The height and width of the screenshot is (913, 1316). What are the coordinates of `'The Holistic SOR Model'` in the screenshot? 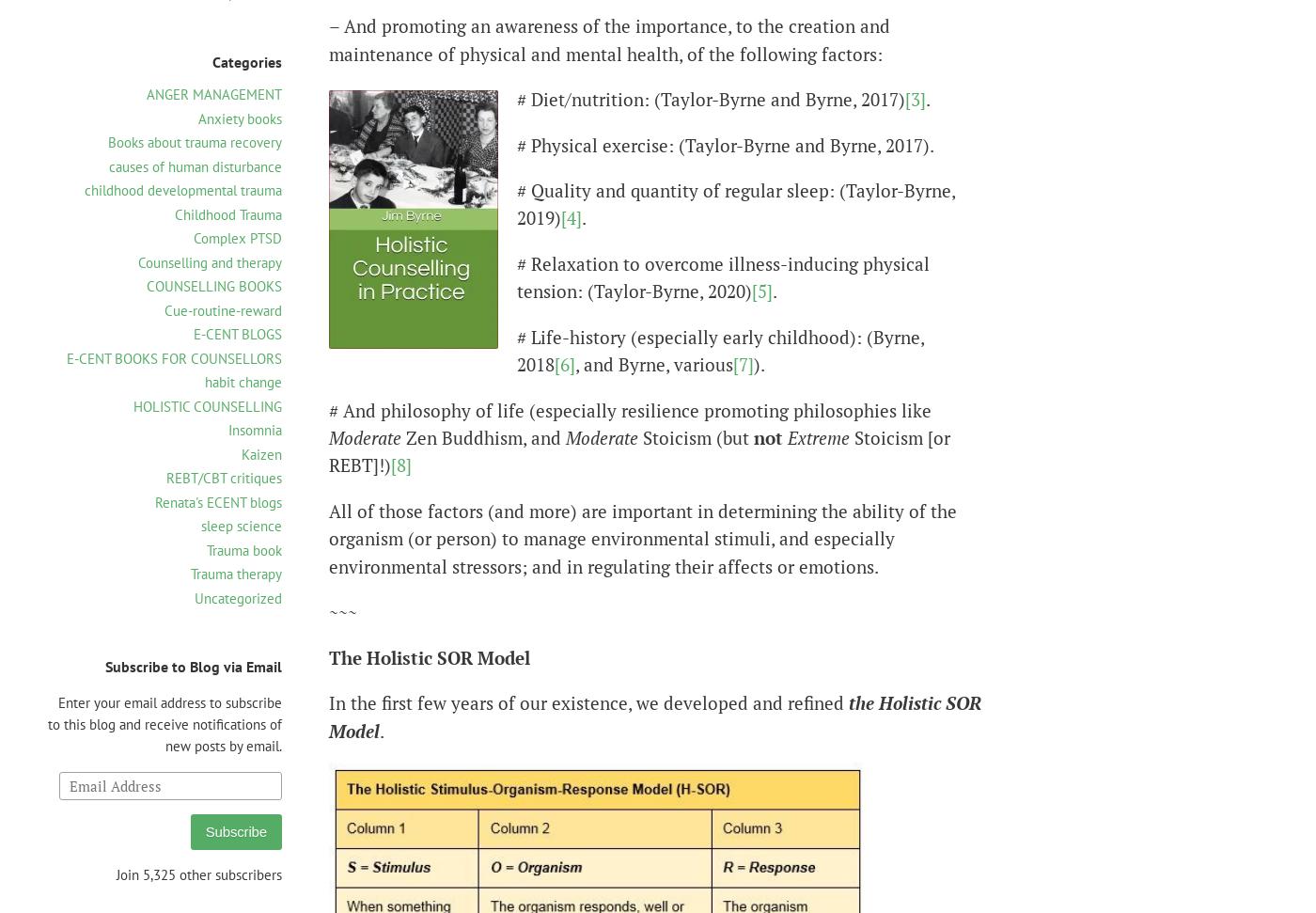 It's located at (429, 656).